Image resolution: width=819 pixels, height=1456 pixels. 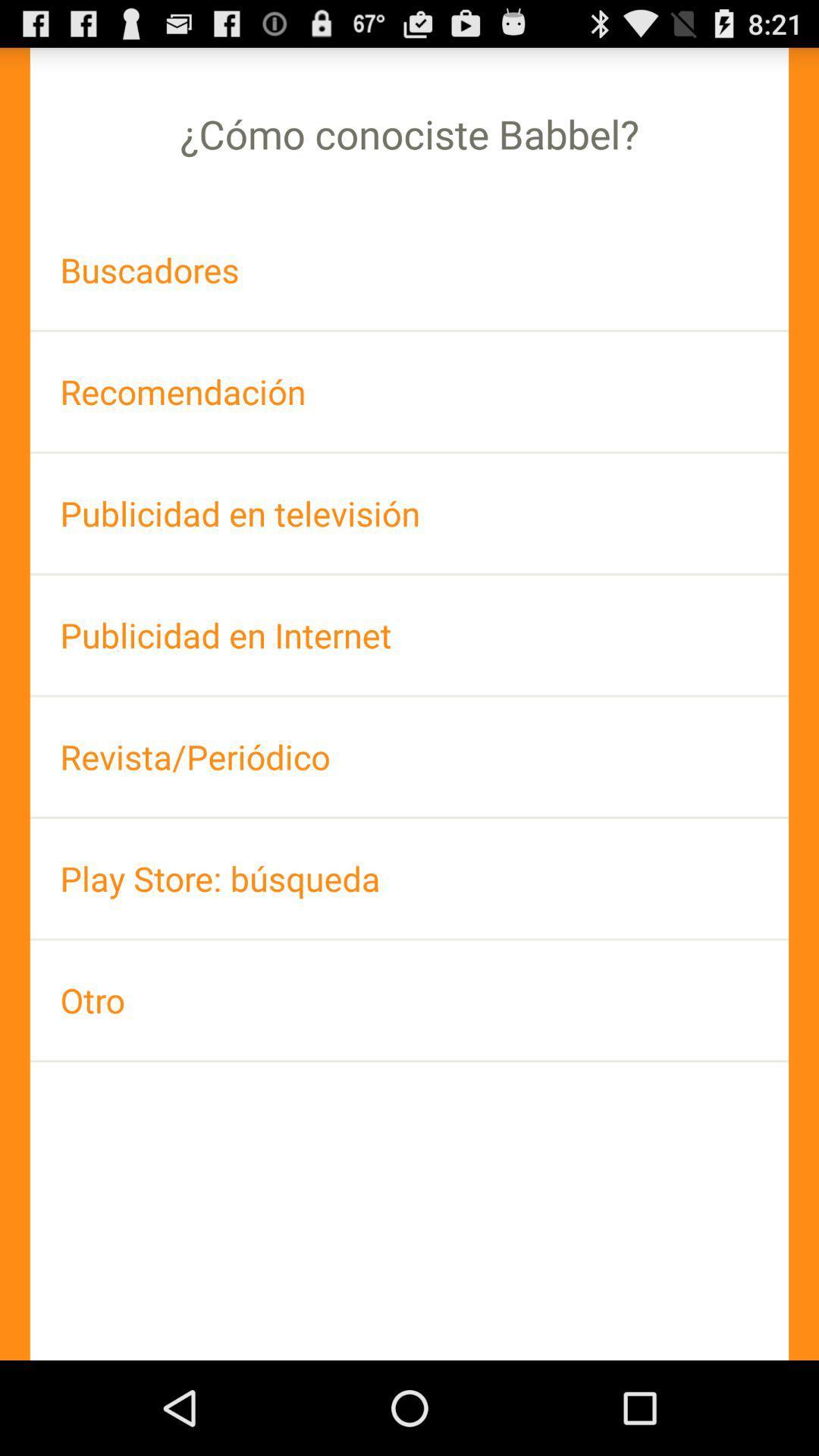 I want to click on the buscadores item, so click(x=409, y=270).